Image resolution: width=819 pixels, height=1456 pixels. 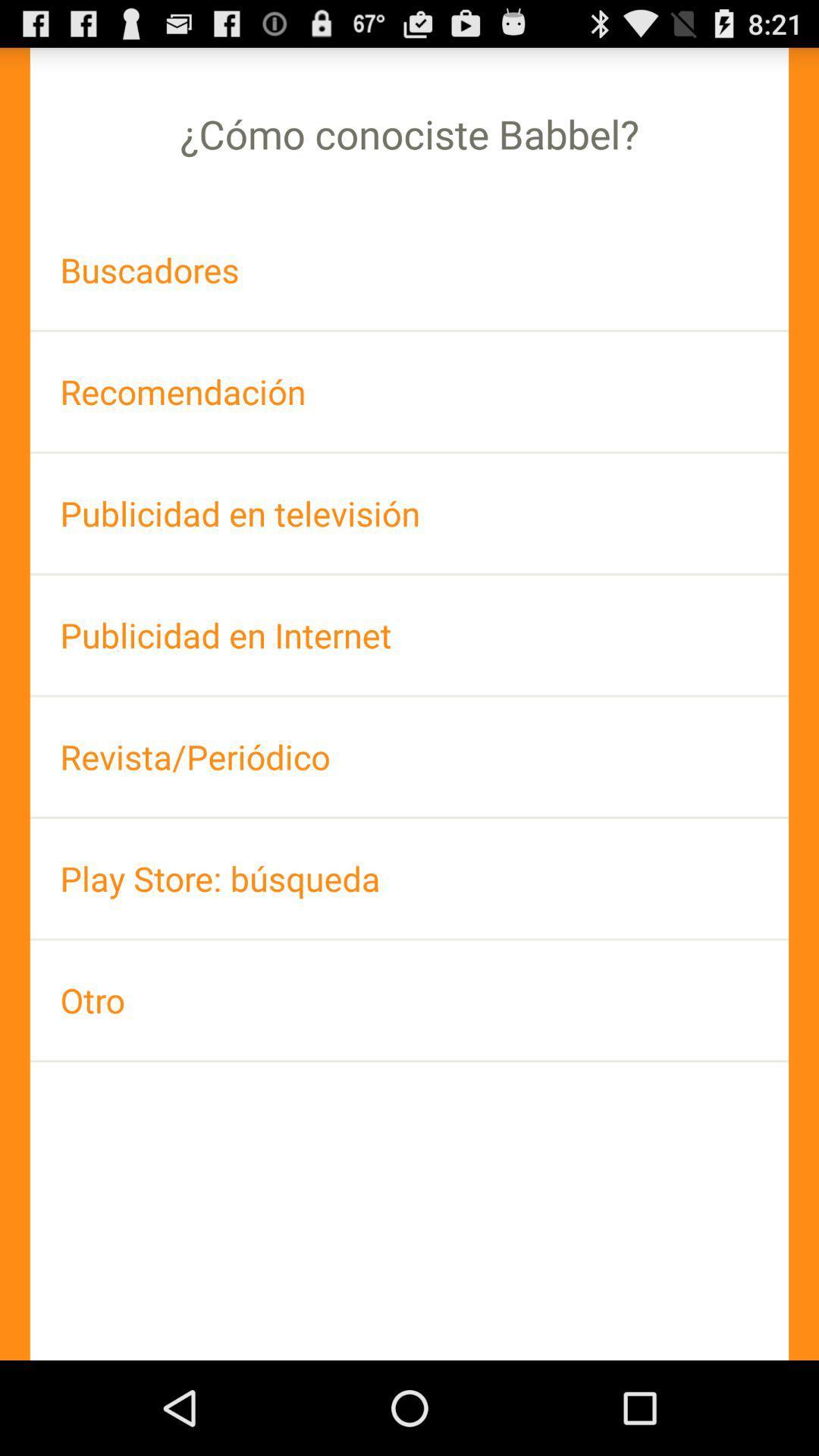 I want to click on the buscadores item, so click(x=409, y=270).